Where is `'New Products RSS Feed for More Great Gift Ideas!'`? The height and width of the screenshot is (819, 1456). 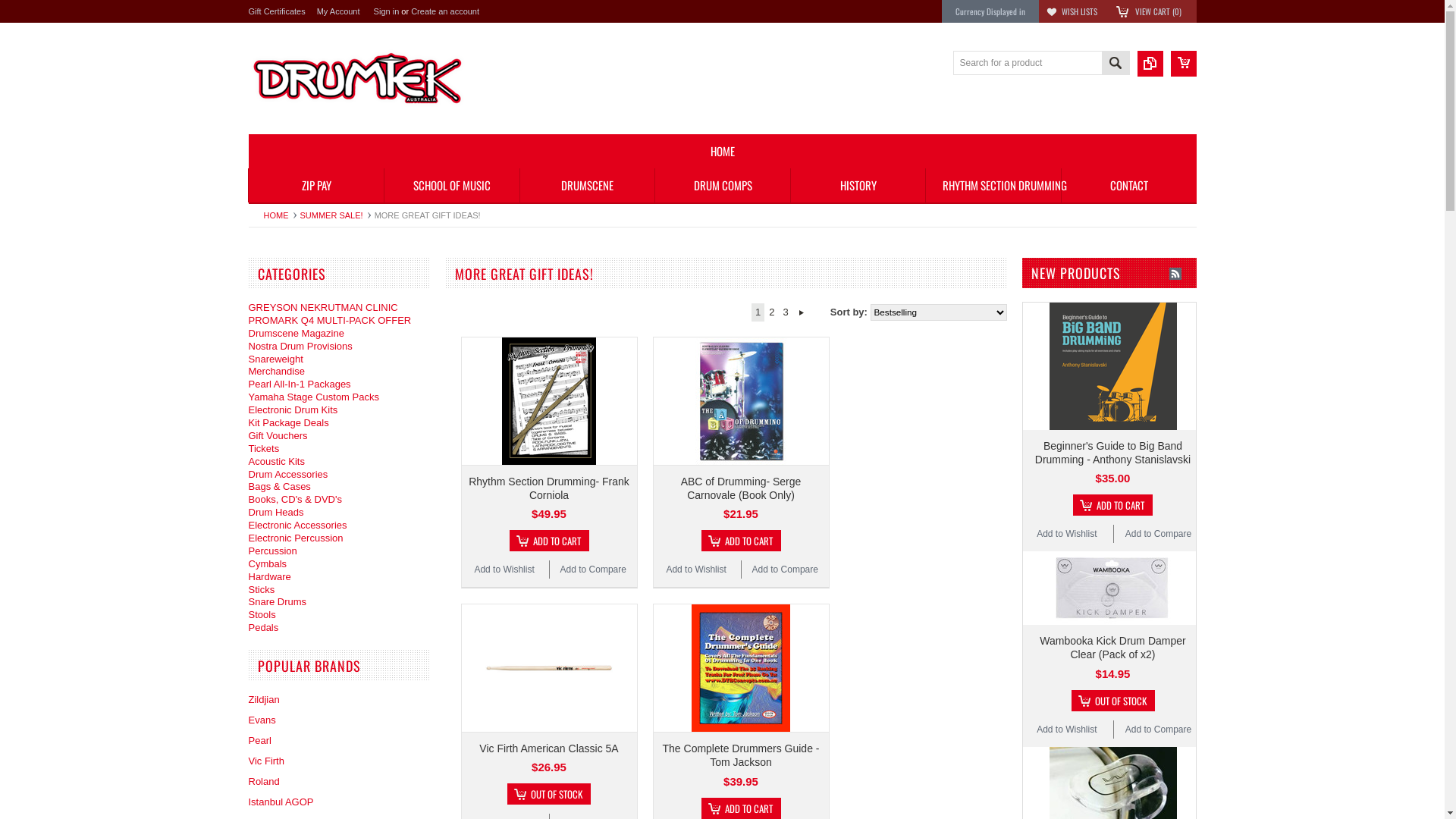
'New Products RSS Feed for More Great Gift Ideas!' is located at coordinates (1175, 274).